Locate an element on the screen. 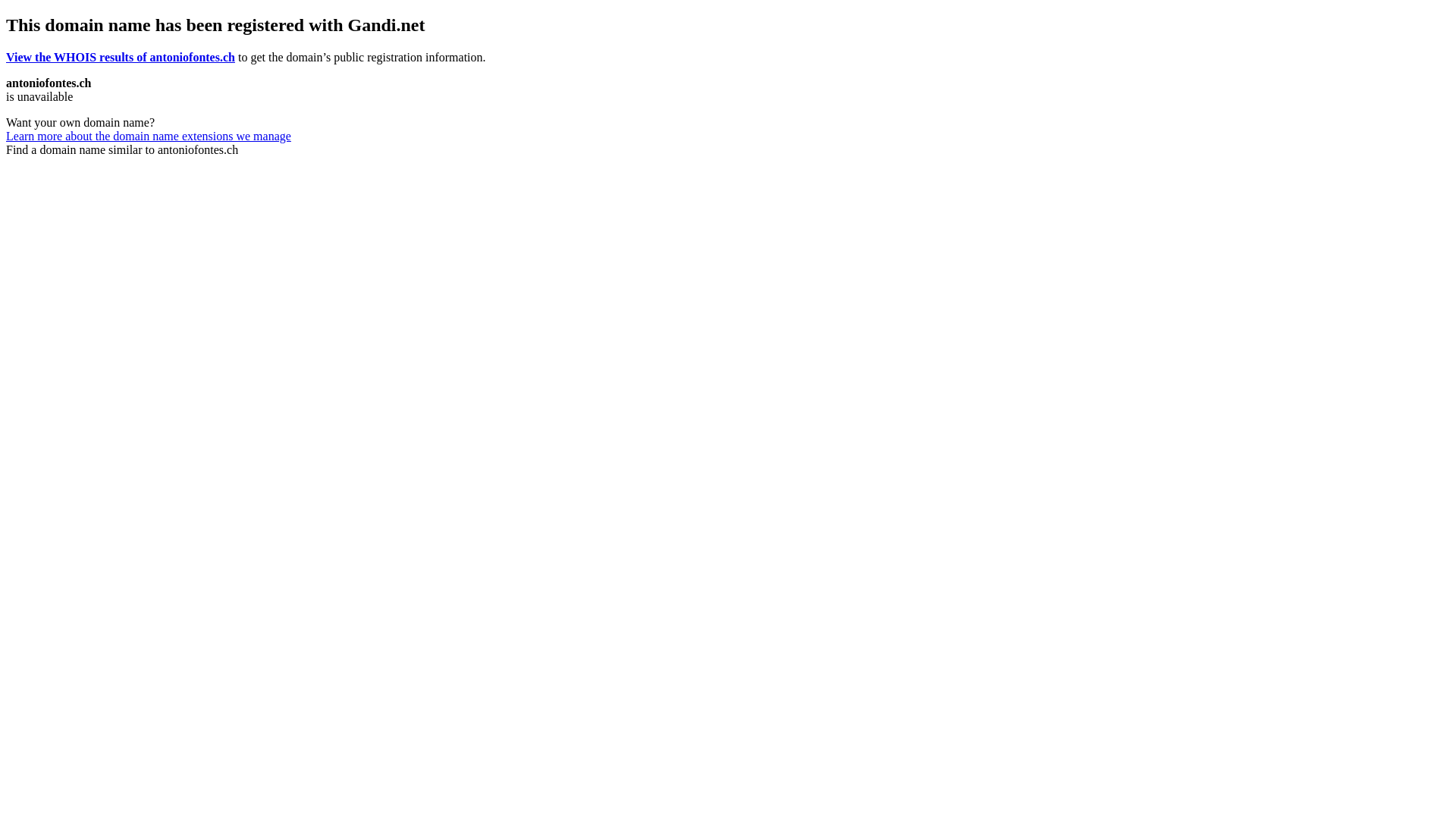 This screenshot has height=819, width=1456. 'Learn more about the domain name extensions we manage' is located at coordinates (149, 135).